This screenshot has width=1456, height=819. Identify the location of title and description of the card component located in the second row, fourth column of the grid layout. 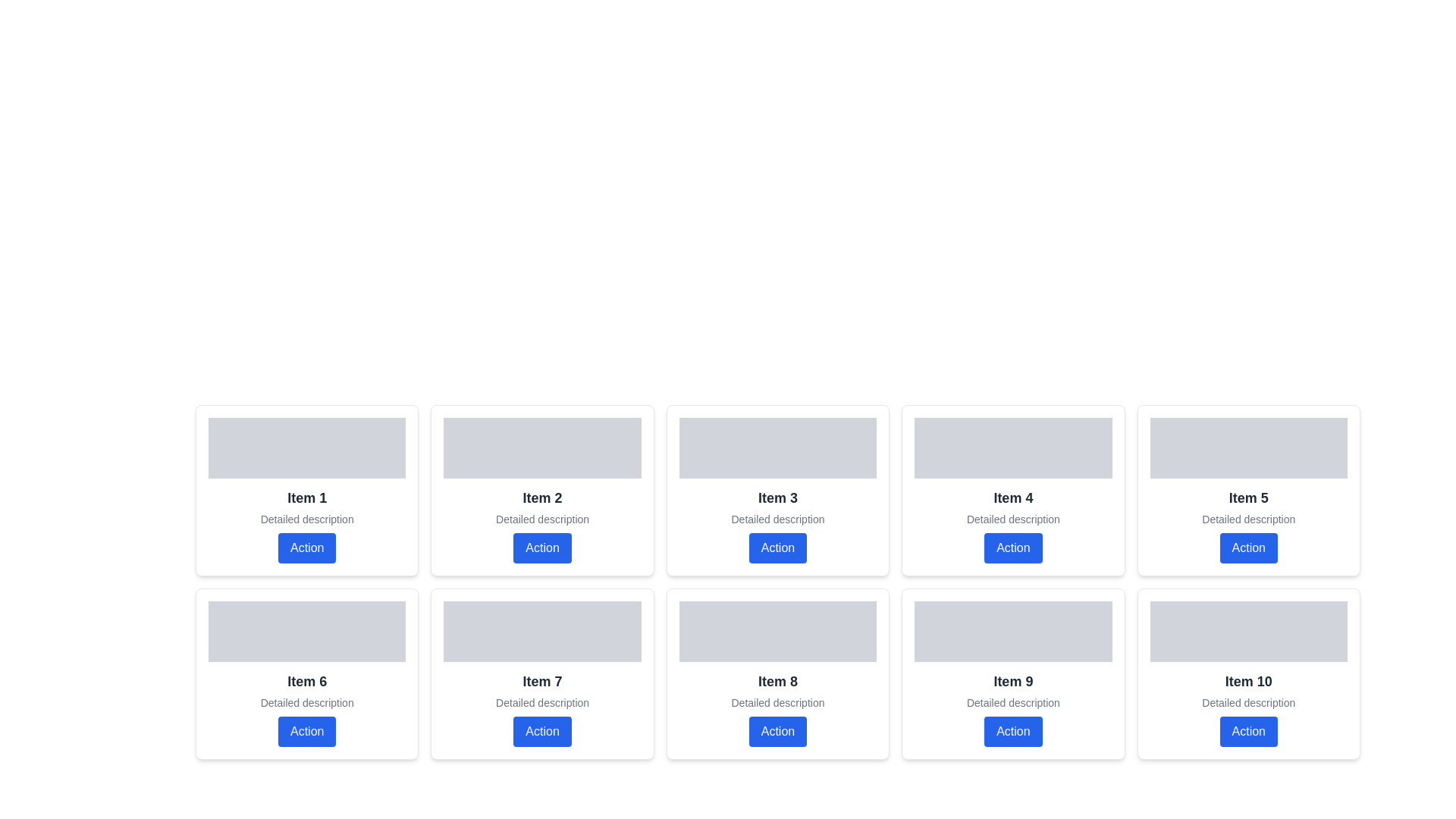
(1013, 673).